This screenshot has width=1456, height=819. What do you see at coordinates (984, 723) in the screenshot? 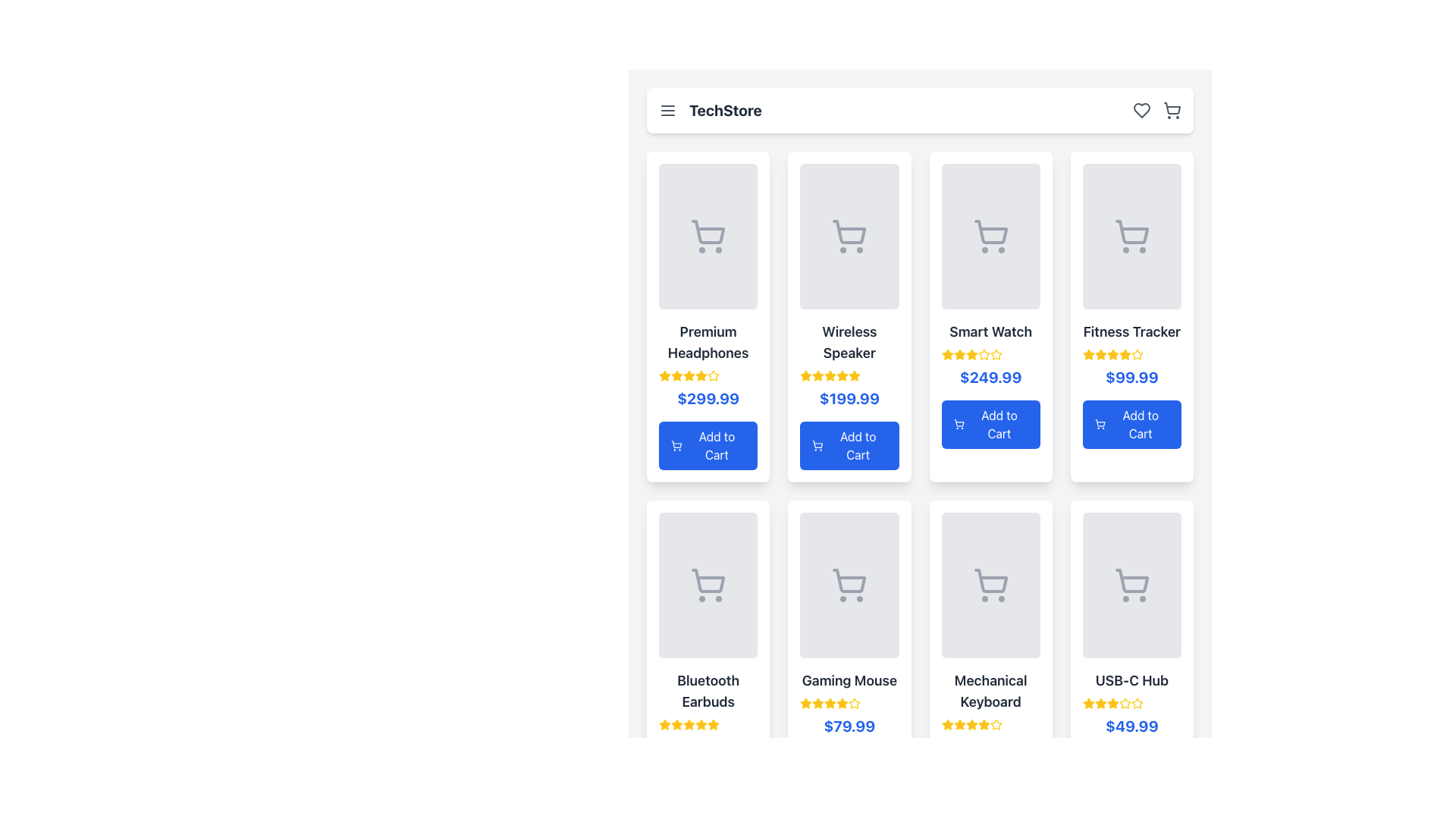
I see `the third Rating Star Icon in the product card for 'Mechanical Keyboard', which indicates the product's rating in a 5-star display` at bounding box center [984, 723].